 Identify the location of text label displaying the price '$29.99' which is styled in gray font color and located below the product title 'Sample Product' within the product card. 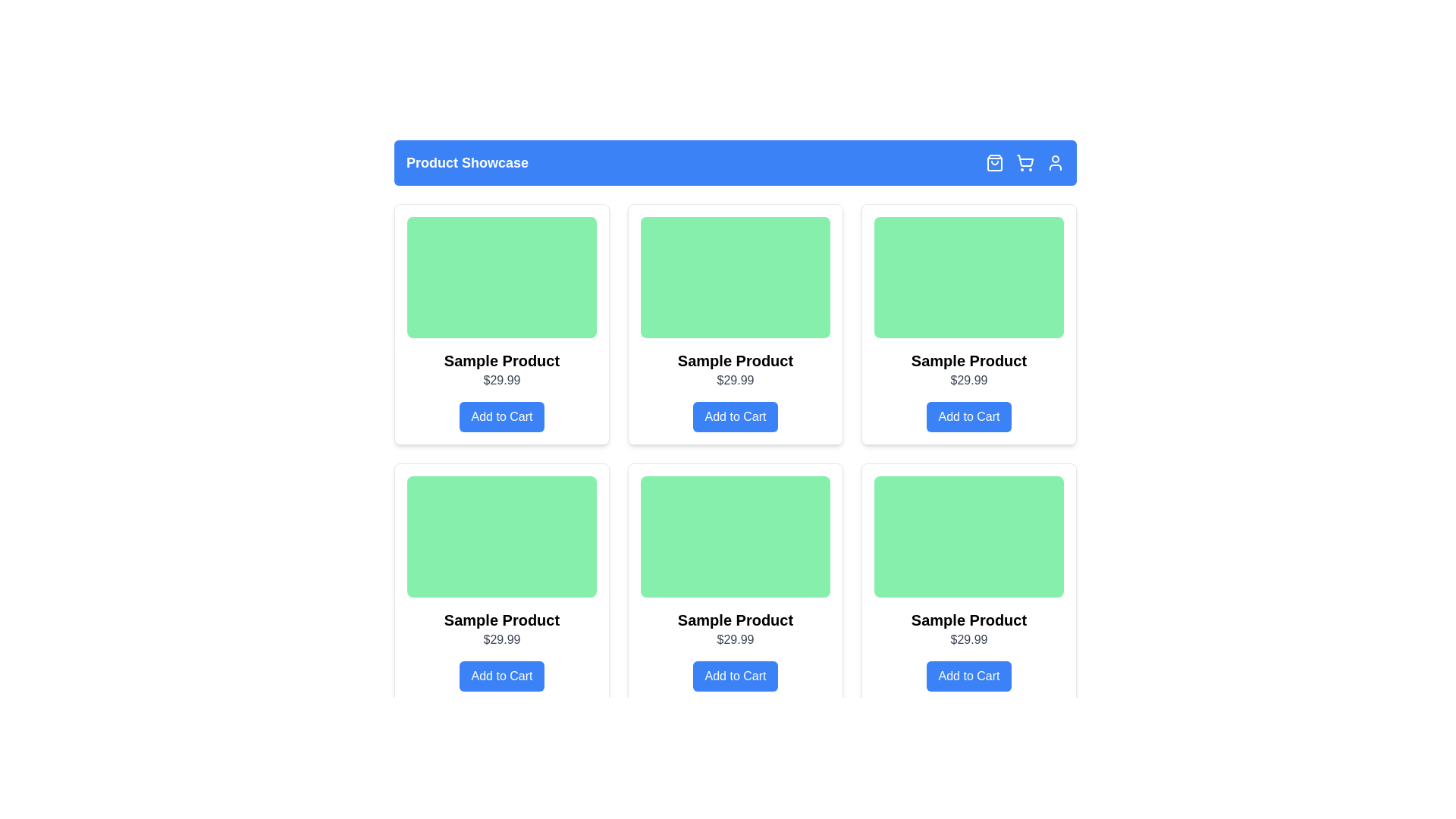
(968, 640).